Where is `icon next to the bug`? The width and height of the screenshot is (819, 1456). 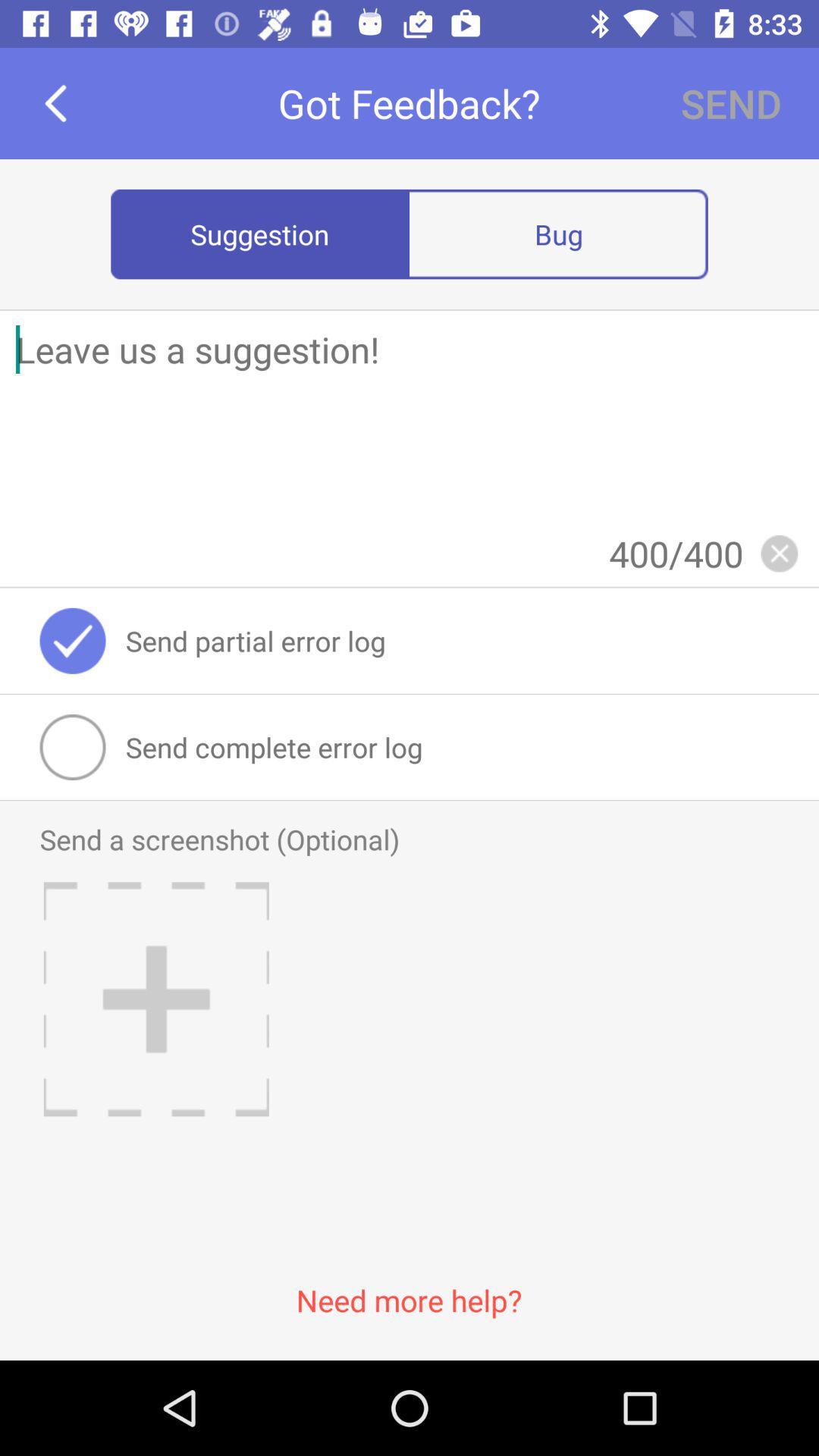 icon next to the bug is located at coordinates (259, 233).